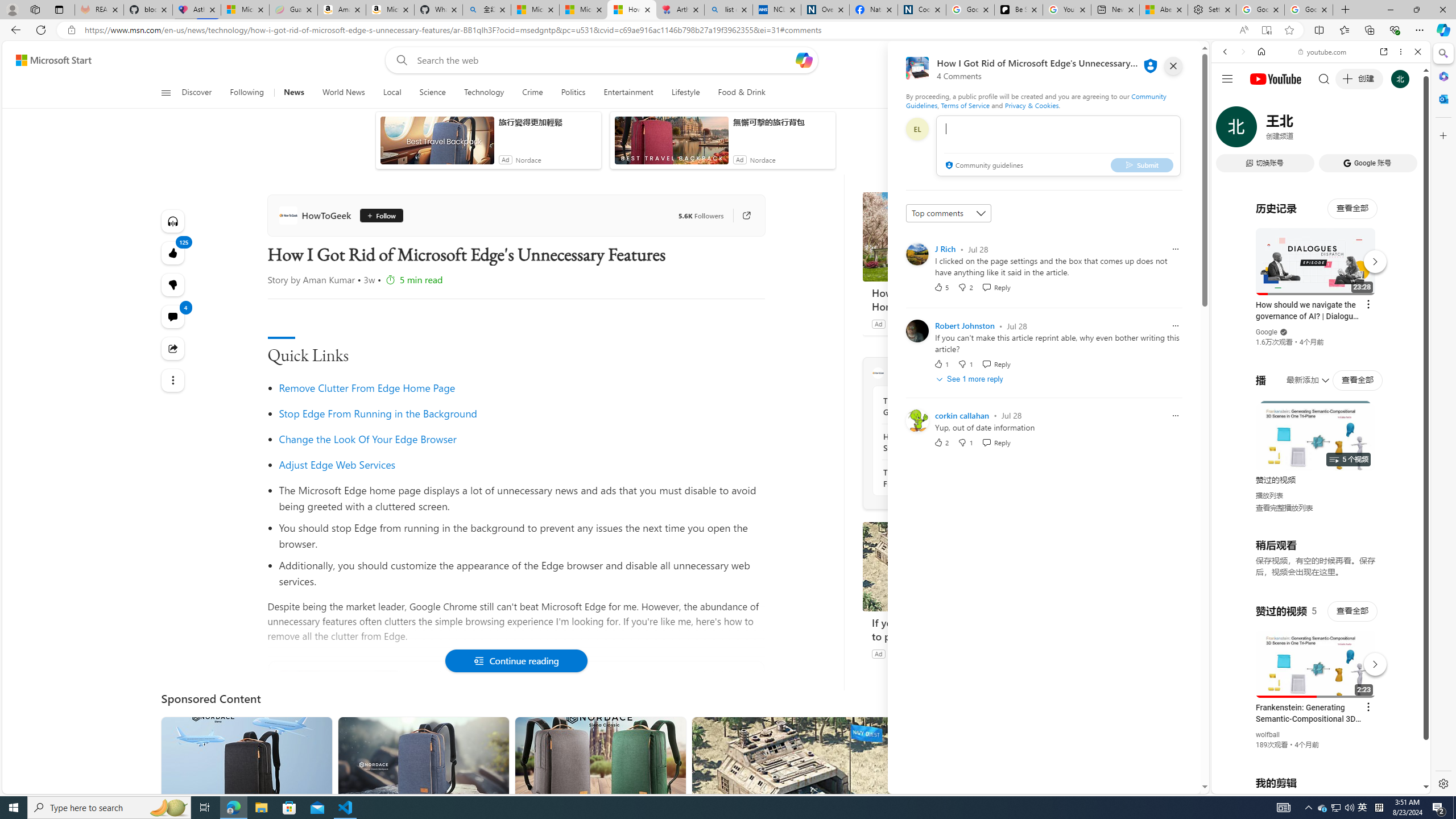  Describe the element at coordinates (1261, 51) in the screenshot. I see `'Home'` at that location.